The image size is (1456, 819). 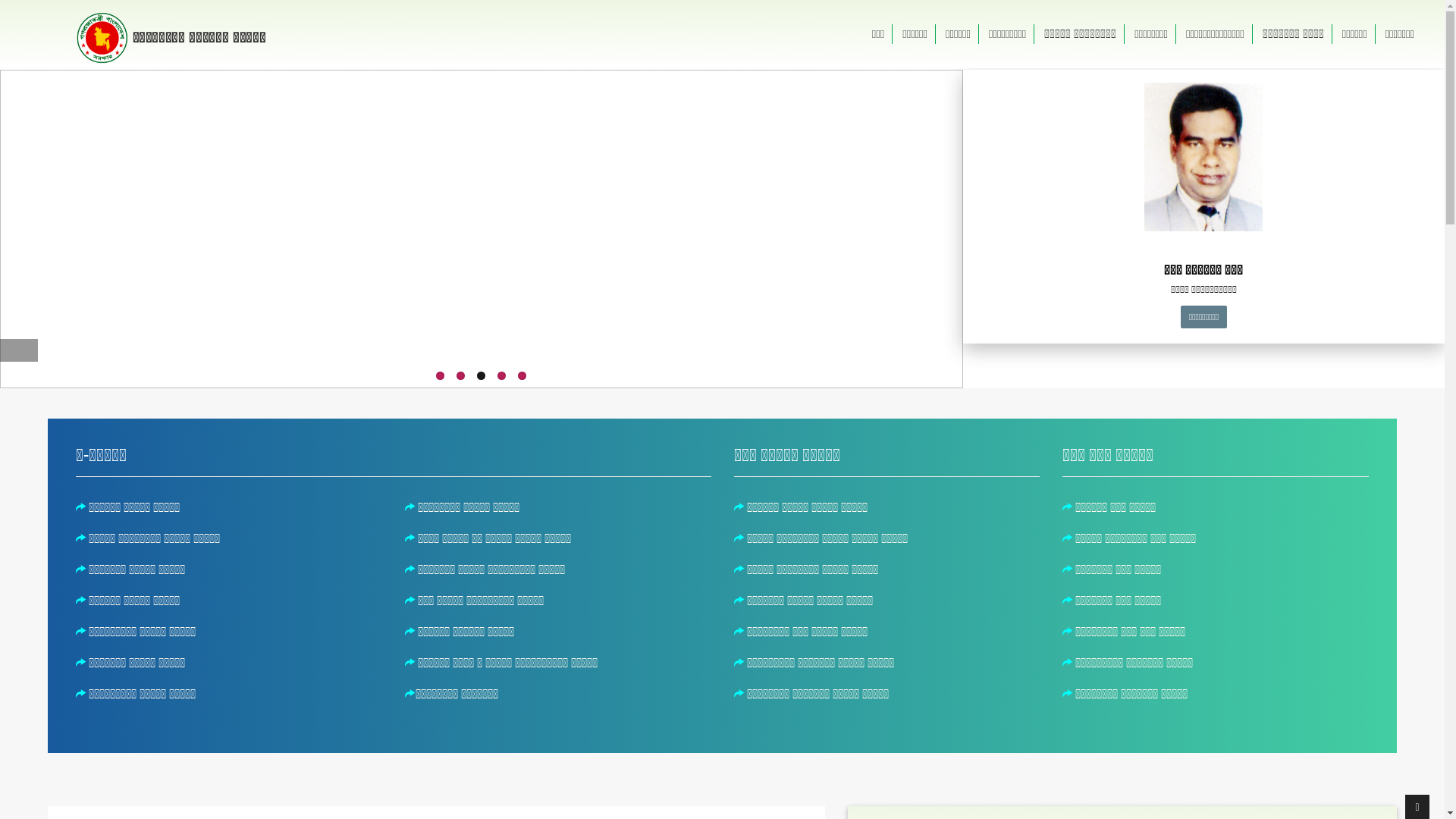 I want to click on '3', so click(x=480, y=375).